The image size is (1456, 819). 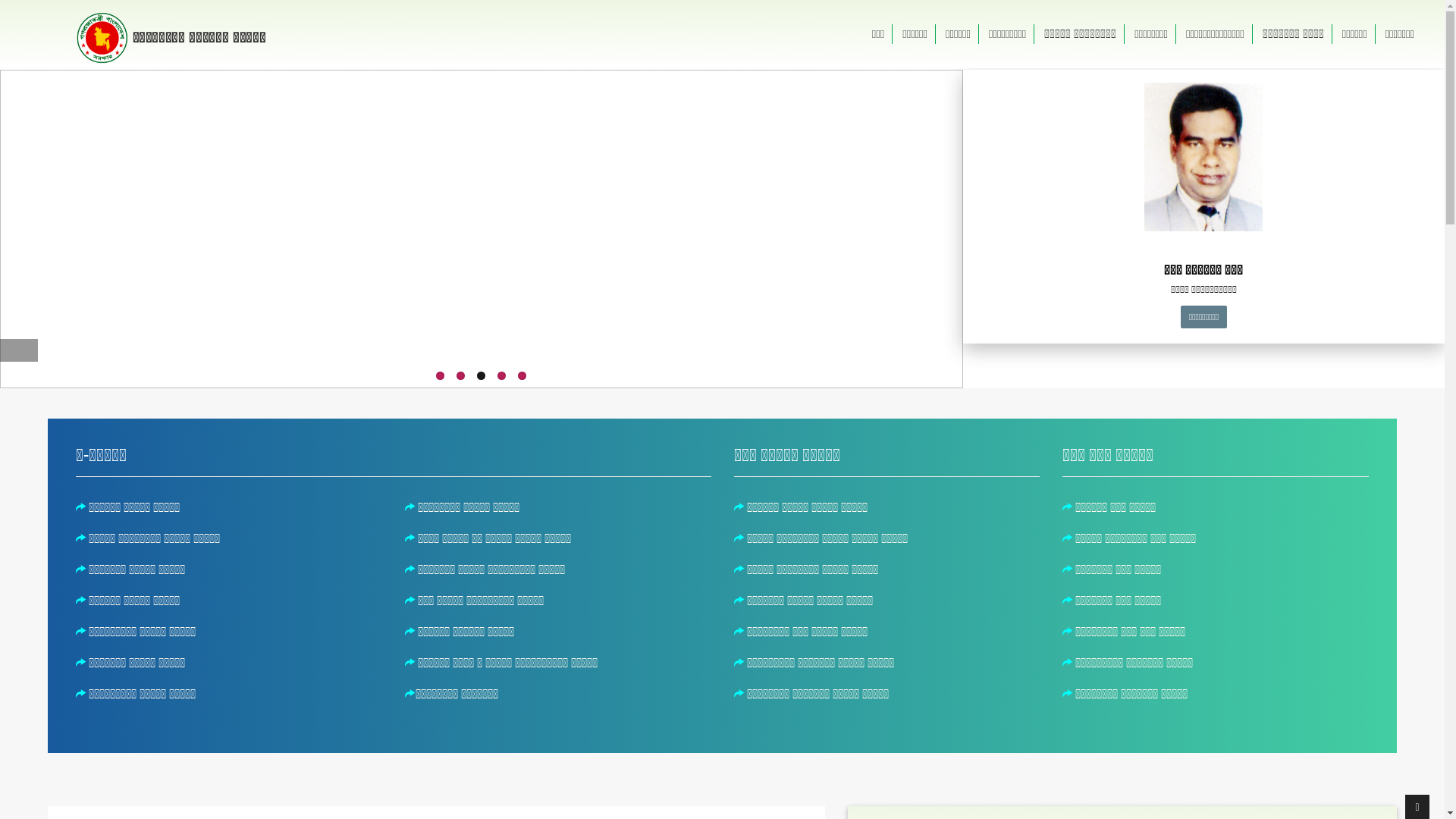 I want to click on '3', so click(x=480, y=375).